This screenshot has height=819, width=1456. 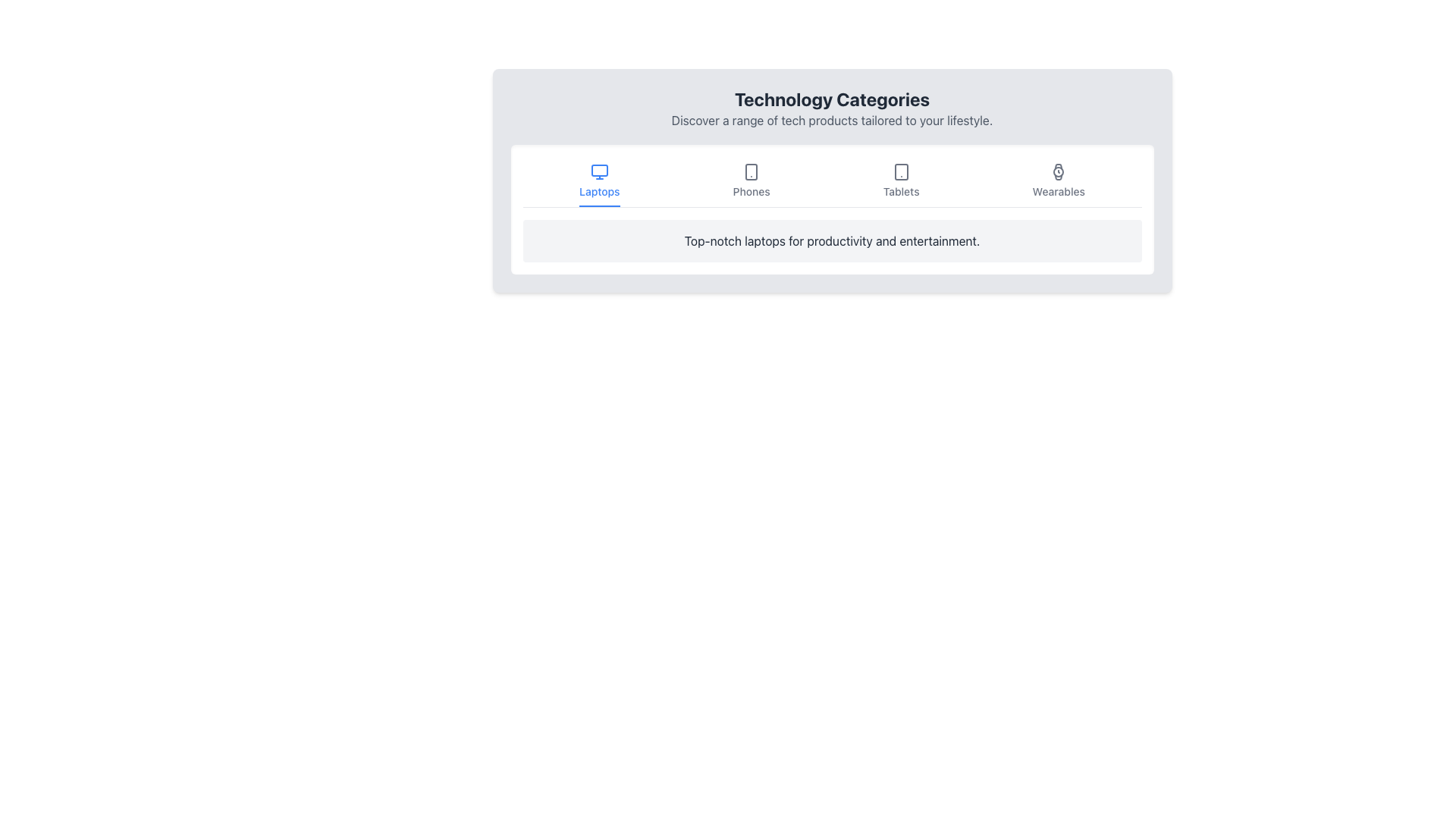 What do you see at coordinates (598, 171) in the screenshot?
I see `the monitor icon above the text label 'Laptops' in the horizontal navigation bar` at bounding box center [598, 171].